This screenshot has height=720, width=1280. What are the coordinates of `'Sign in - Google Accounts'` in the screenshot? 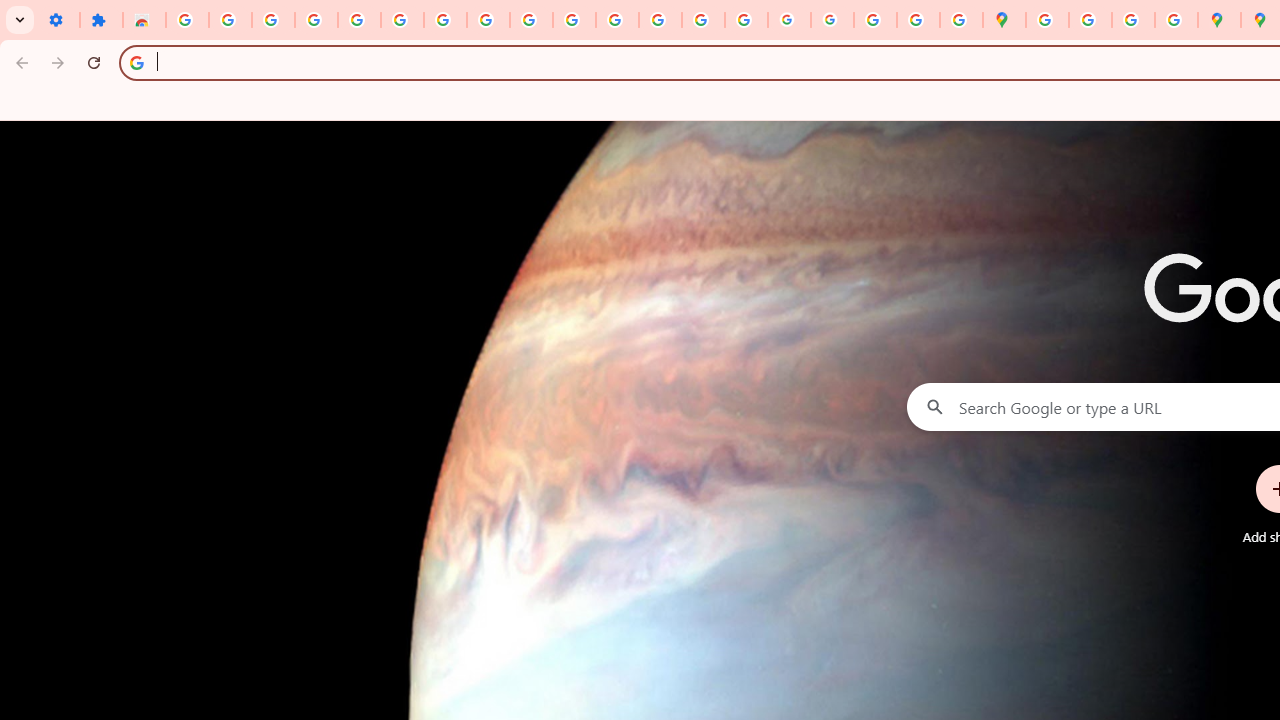 It's located at (187, 20).